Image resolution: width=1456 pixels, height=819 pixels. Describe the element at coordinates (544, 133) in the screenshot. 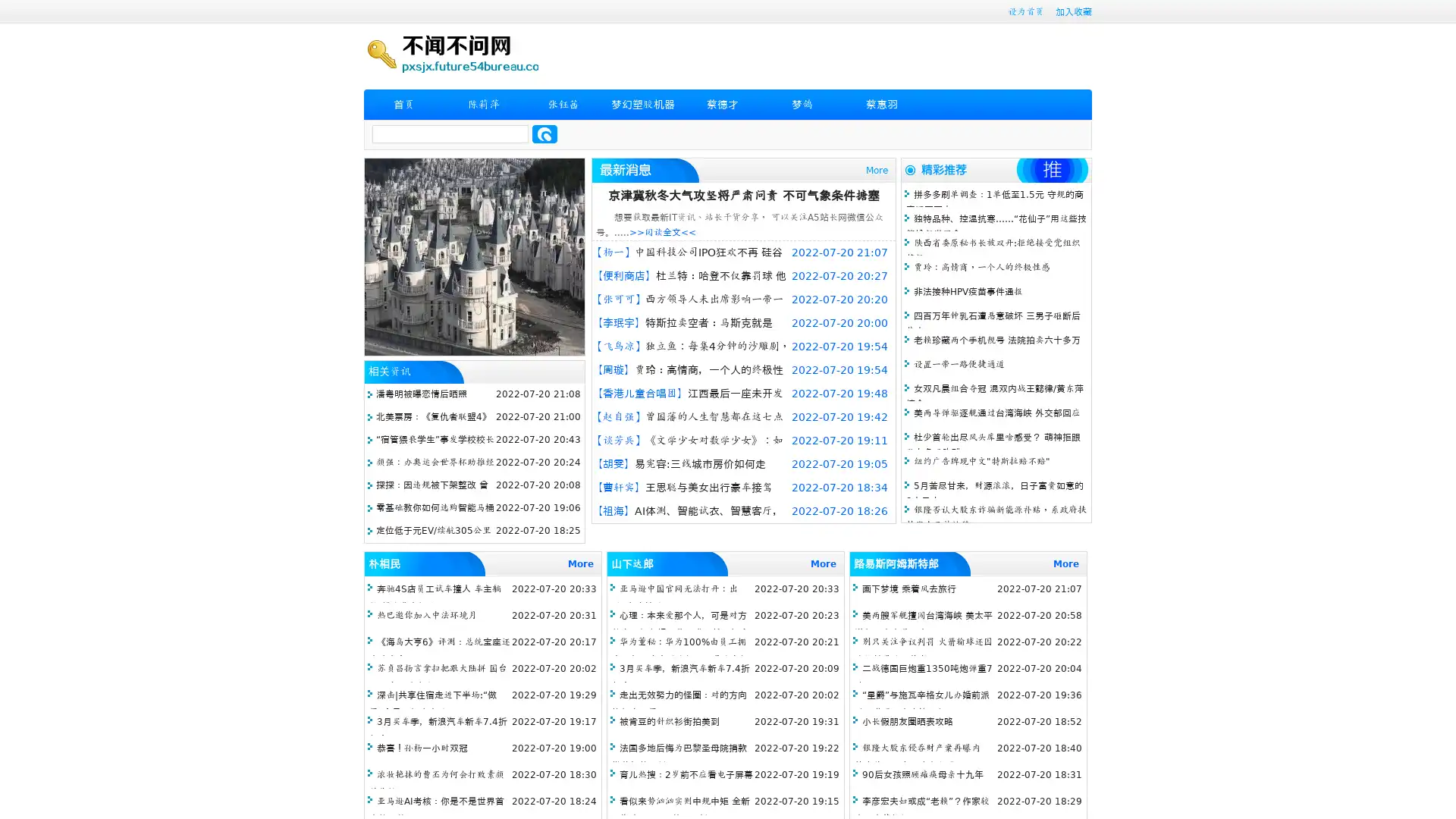

I see `Search` at that location.